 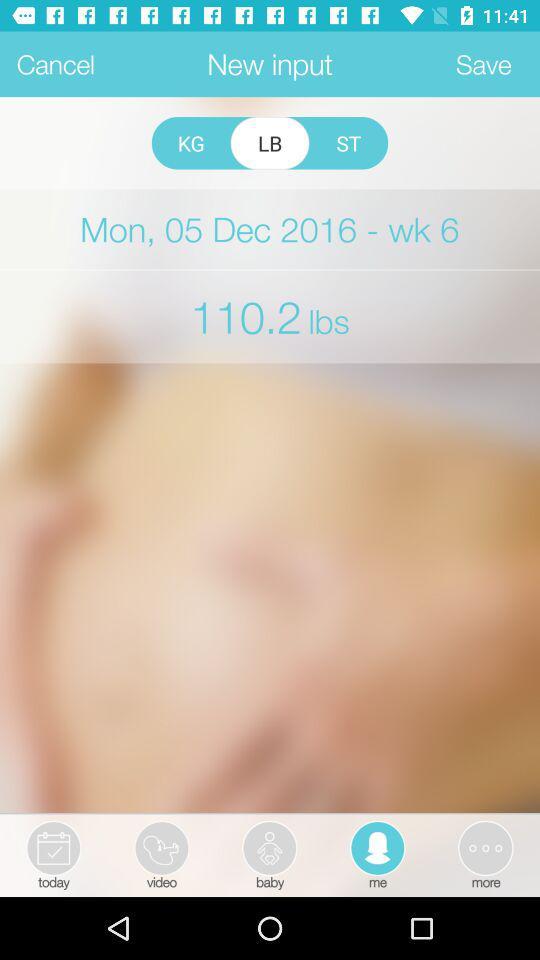 I want to click on st icon, so click(x=347, y=142).